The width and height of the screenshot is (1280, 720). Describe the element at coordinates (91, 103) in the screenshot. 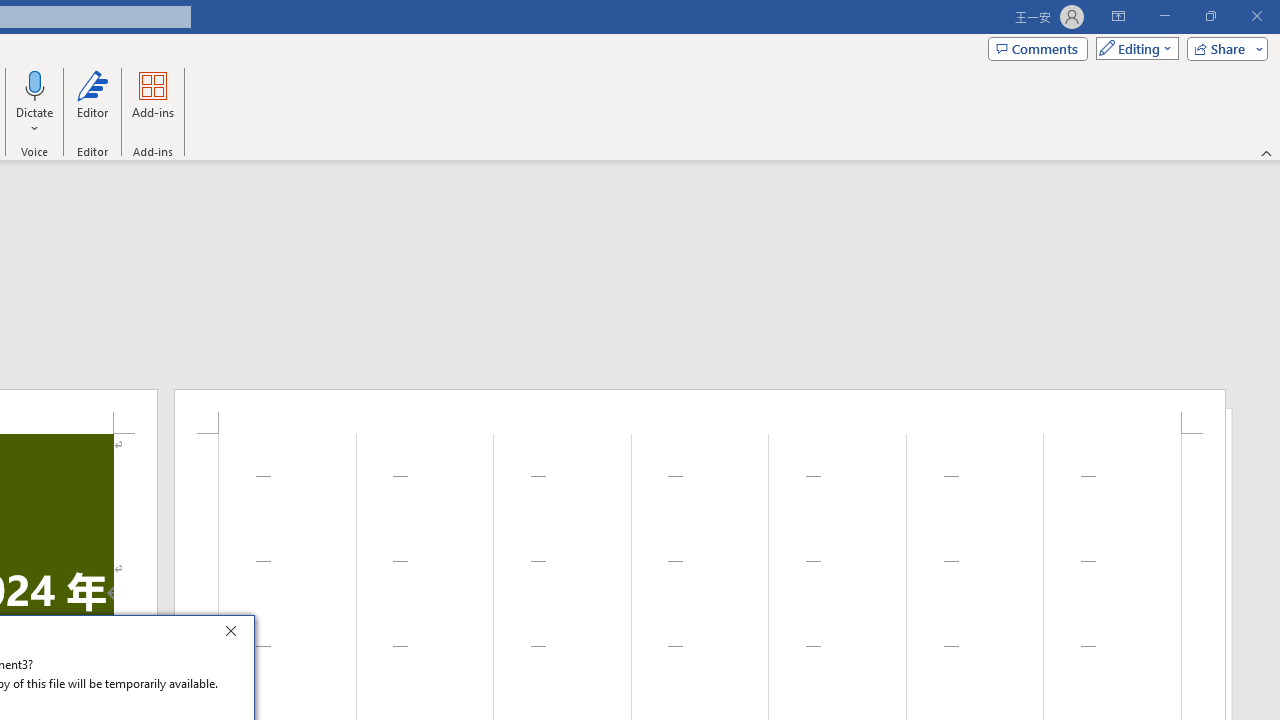

I see `'Editor'` at that location.